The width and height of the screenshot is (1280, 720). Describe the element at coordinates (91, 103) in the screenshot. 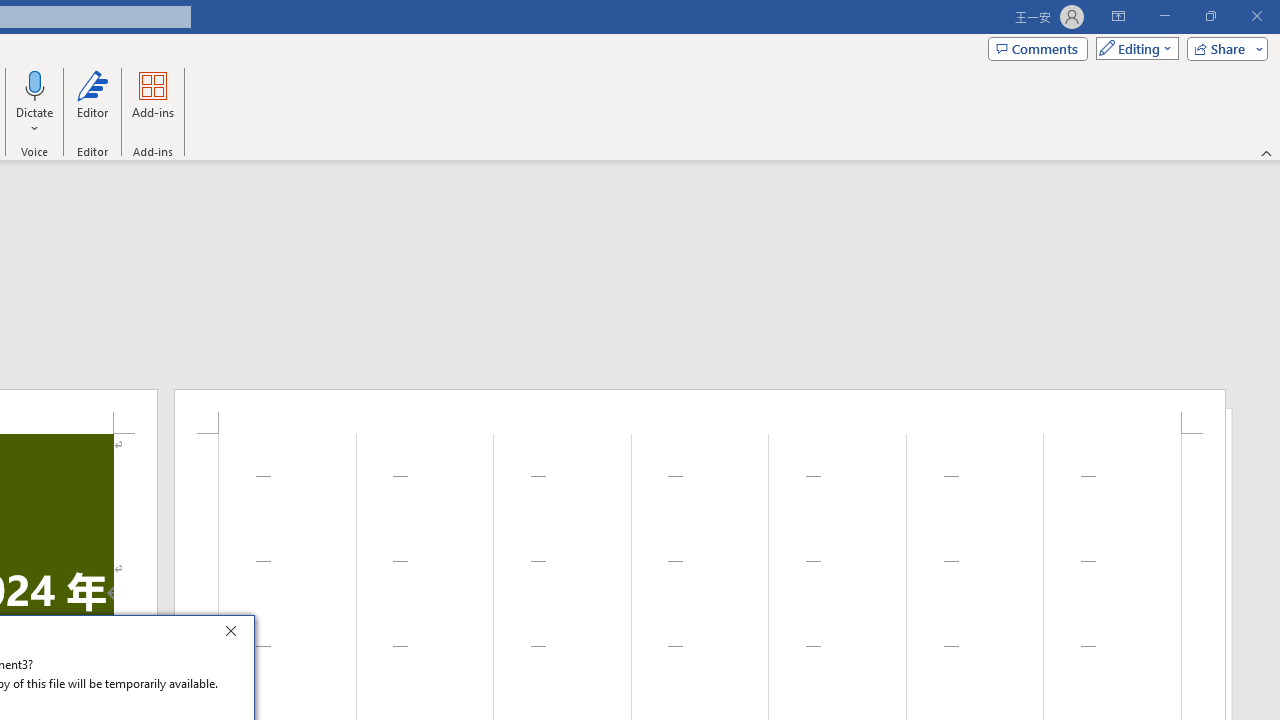

I see `'Editor'` at that location.